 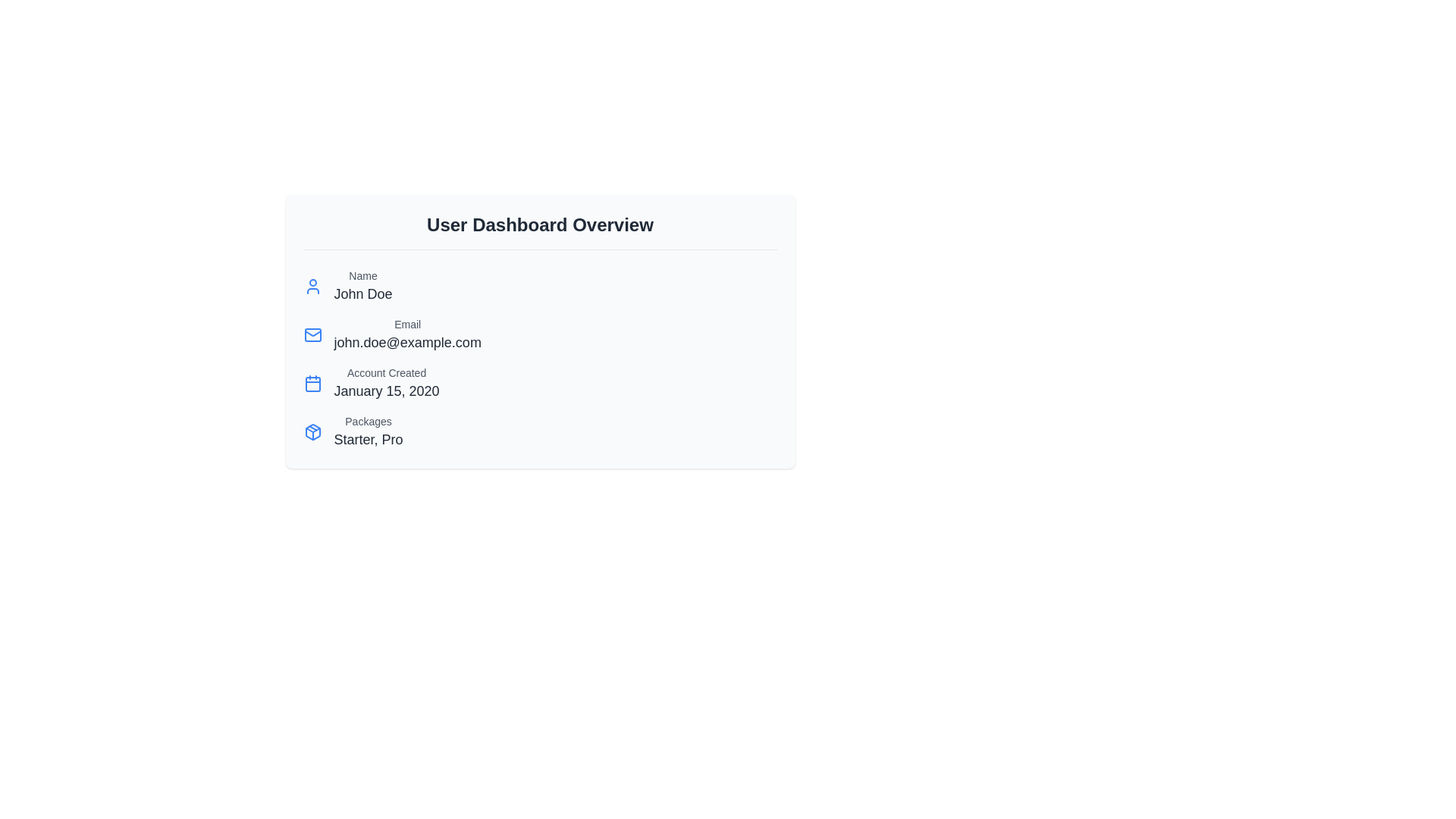 I want to click on the informational row displaying the account creation date in the user information card layout, which is located below the 'Email' row and above the 'Packages' row, so click(x=540, y=382).